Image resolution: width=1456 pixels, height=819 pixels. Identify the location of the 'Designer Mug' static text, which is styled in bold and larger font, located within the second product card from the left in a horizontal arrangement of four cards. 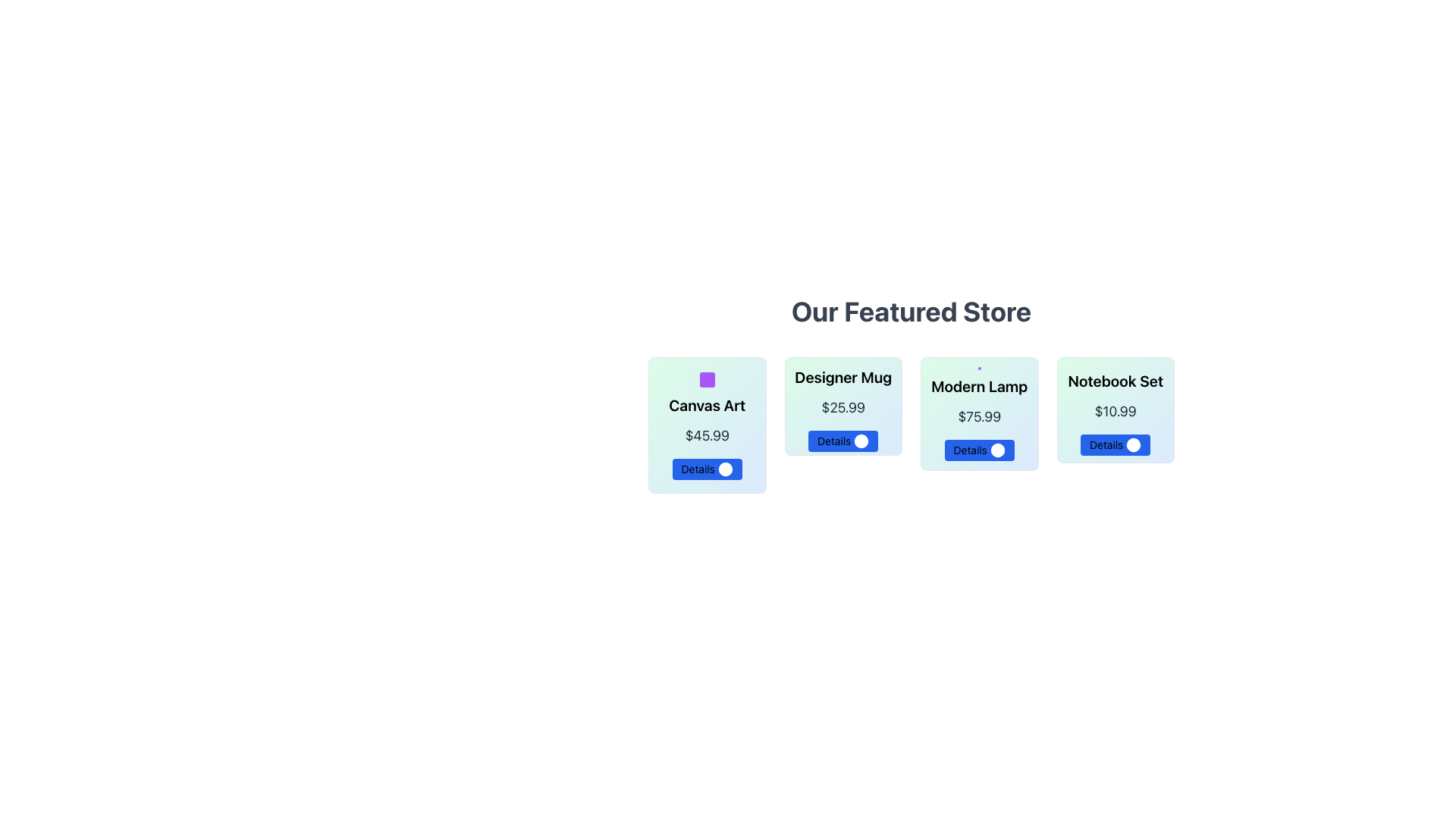
(843, 376).